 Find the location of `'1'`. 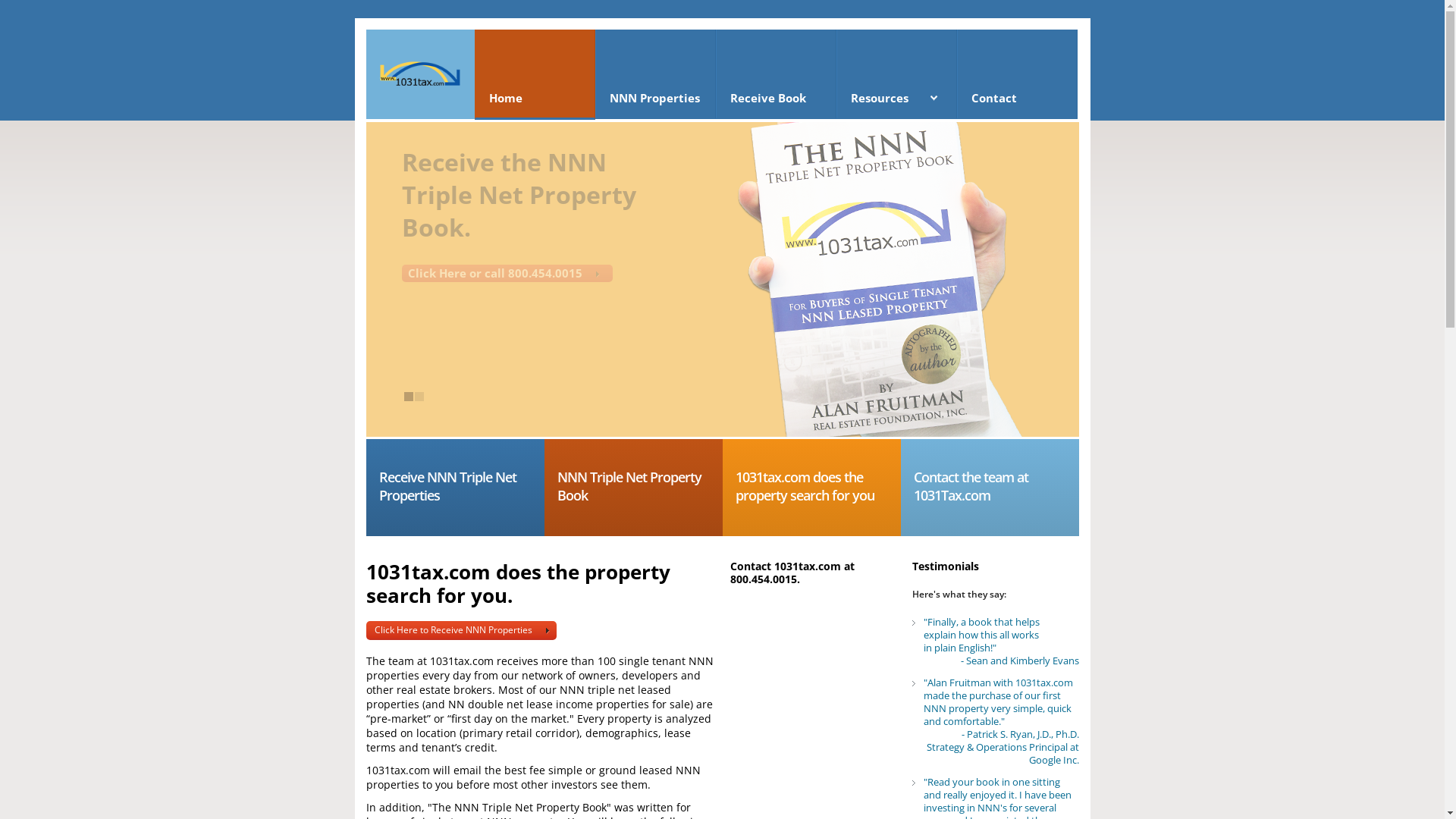

'1' is located at coordinates (407, 396).